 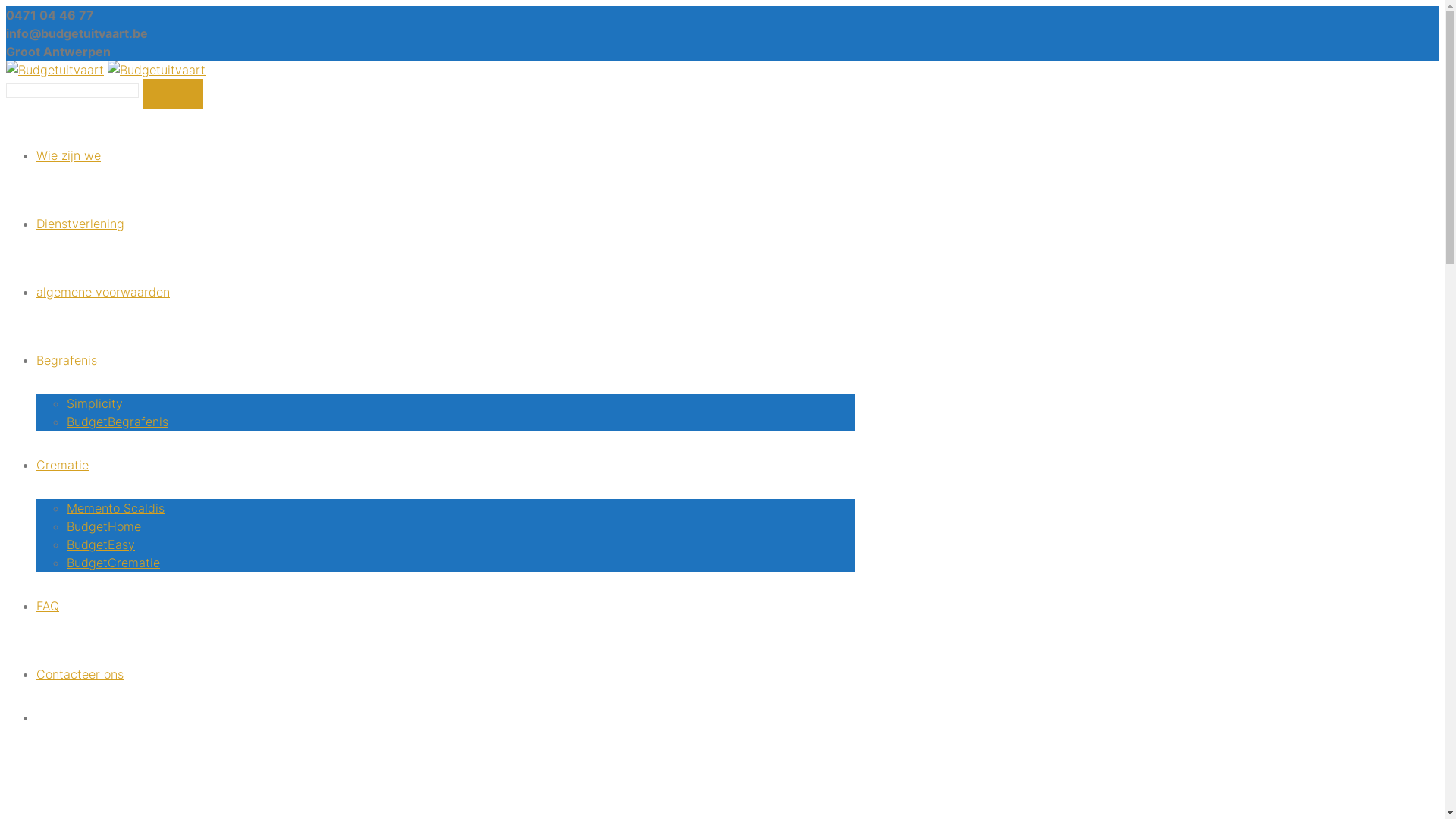 What do you see at coordinates (115, 508) in the screenshot?
I see `'Memento Scaldis'` at bounding box center [115, 508].